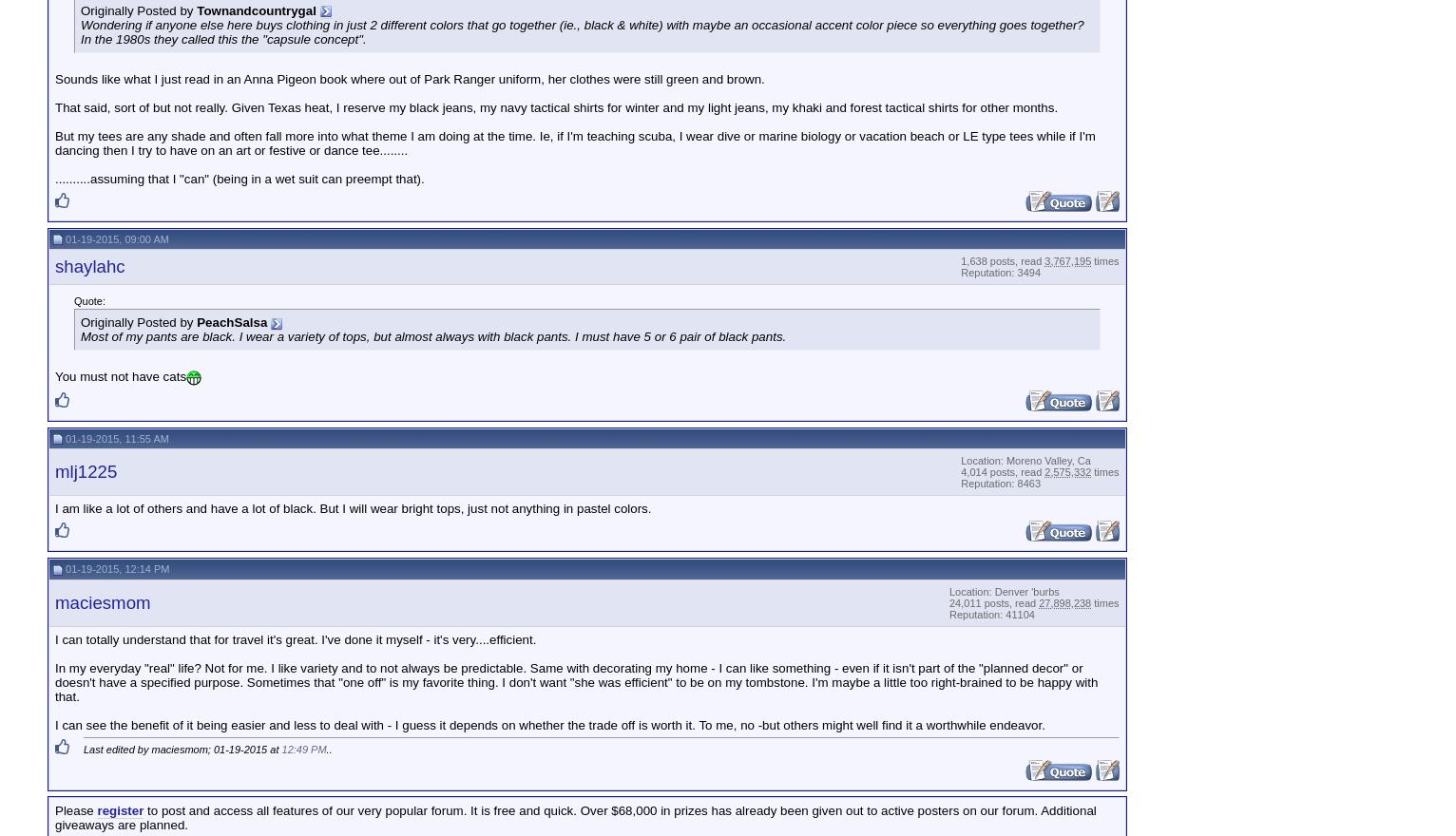 This screenshot has width=1456, height=836. Describe the element at coordinates (576, 681) in the screenshot. I see `'In my everyday "real" life? Not for me. I like variety and to not always be predictable. Same with decorating my home - I can like something - even if it isn't part of the "planned decor" or doesn't have a specified purpose. Sometimes that "one off" is my favorite thing. I don't want "she was efficient" to be on my tombstone. I'm maybe a little too right-brained to be happy with that.'` at that location.